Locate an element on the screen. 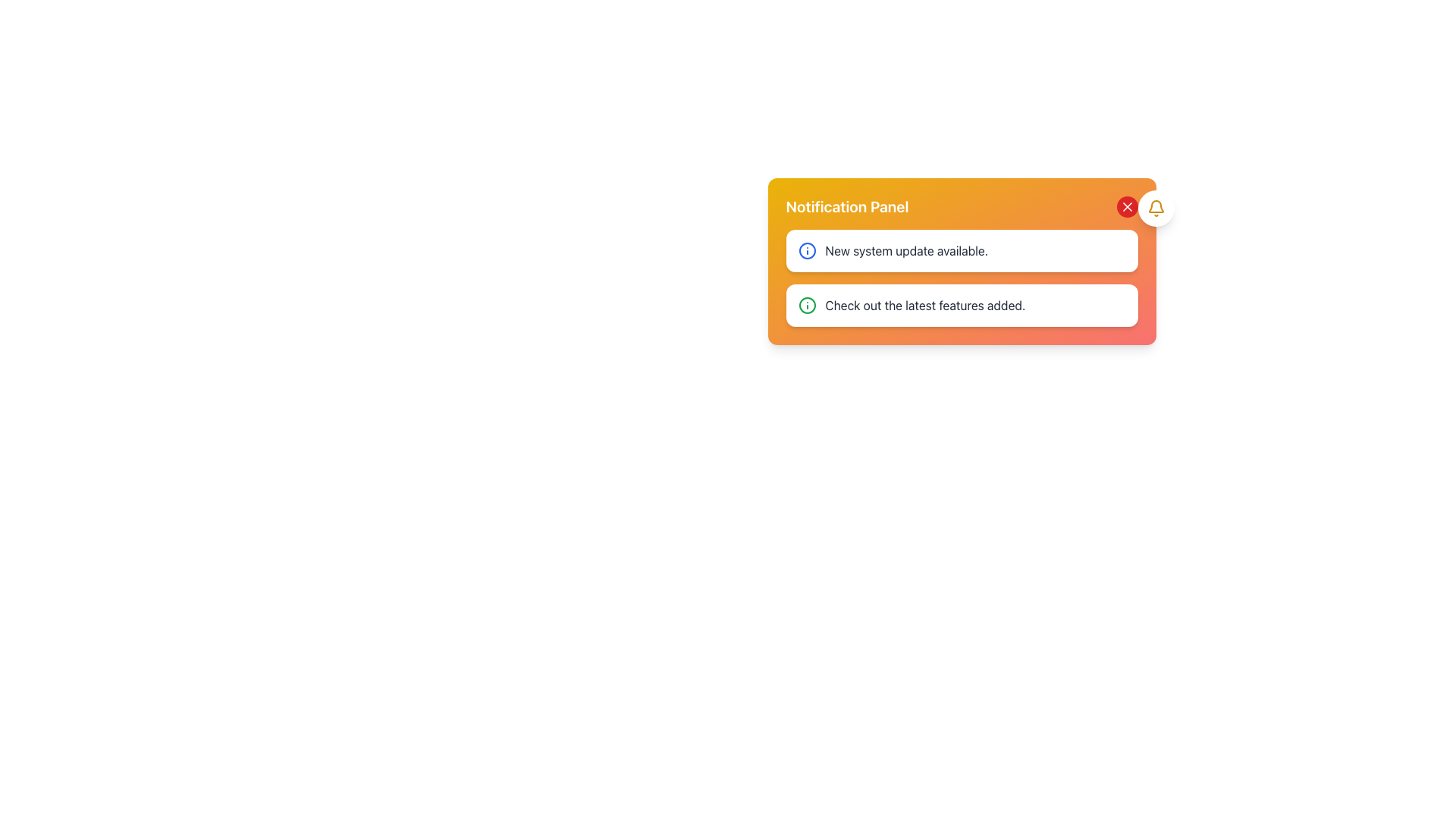 Image resolution: width=1456 pixels, height=819 pixels. the information icon located within the notification card in the bottom right corner, adjacent to the text 'Check out the latest features added.' is located at coordinates (806, 305).